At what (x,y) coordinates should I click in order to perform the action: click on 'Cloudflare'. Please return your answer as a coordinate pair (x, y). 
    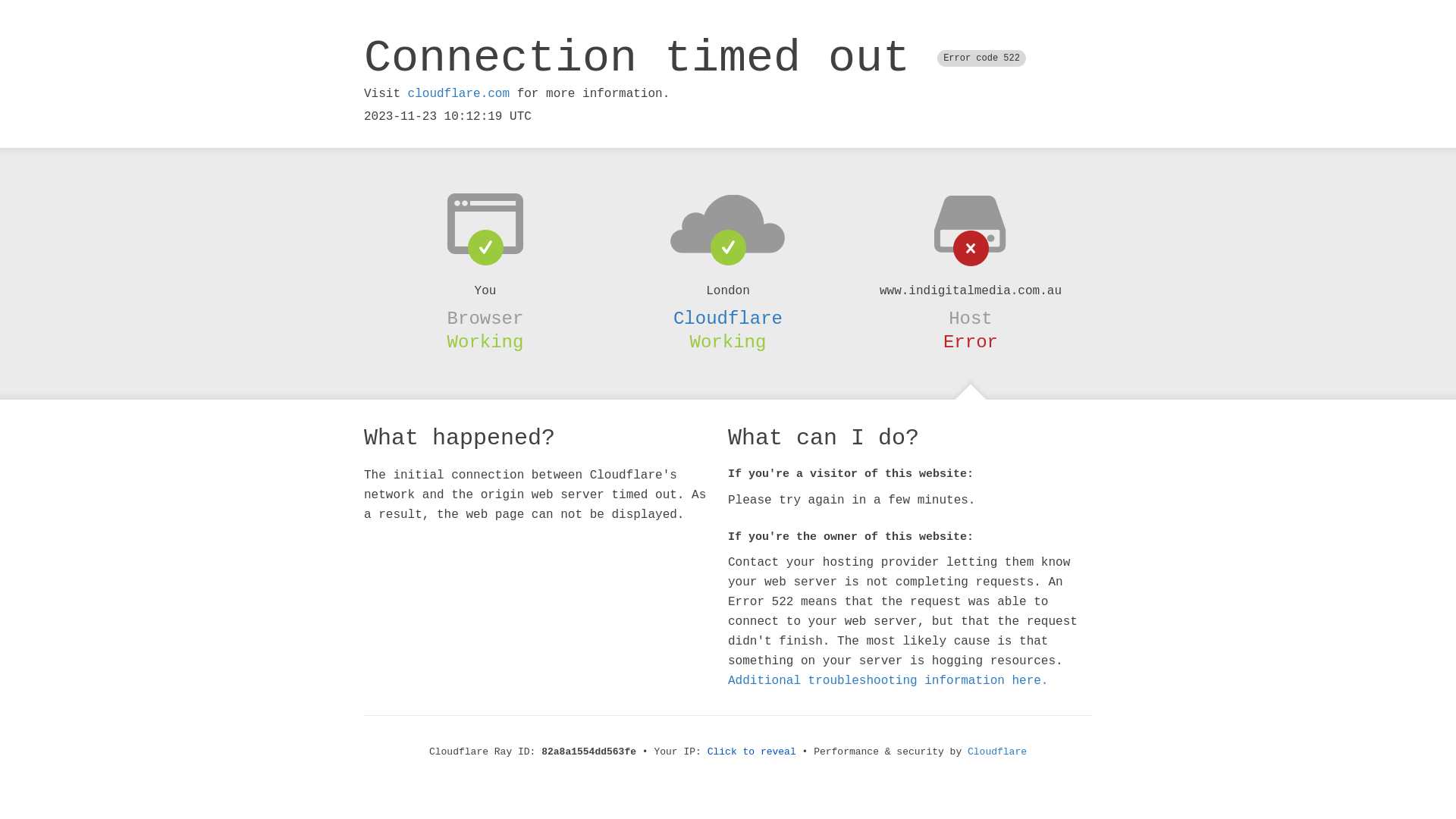
    Looking at the image, I should click on (728, 318).